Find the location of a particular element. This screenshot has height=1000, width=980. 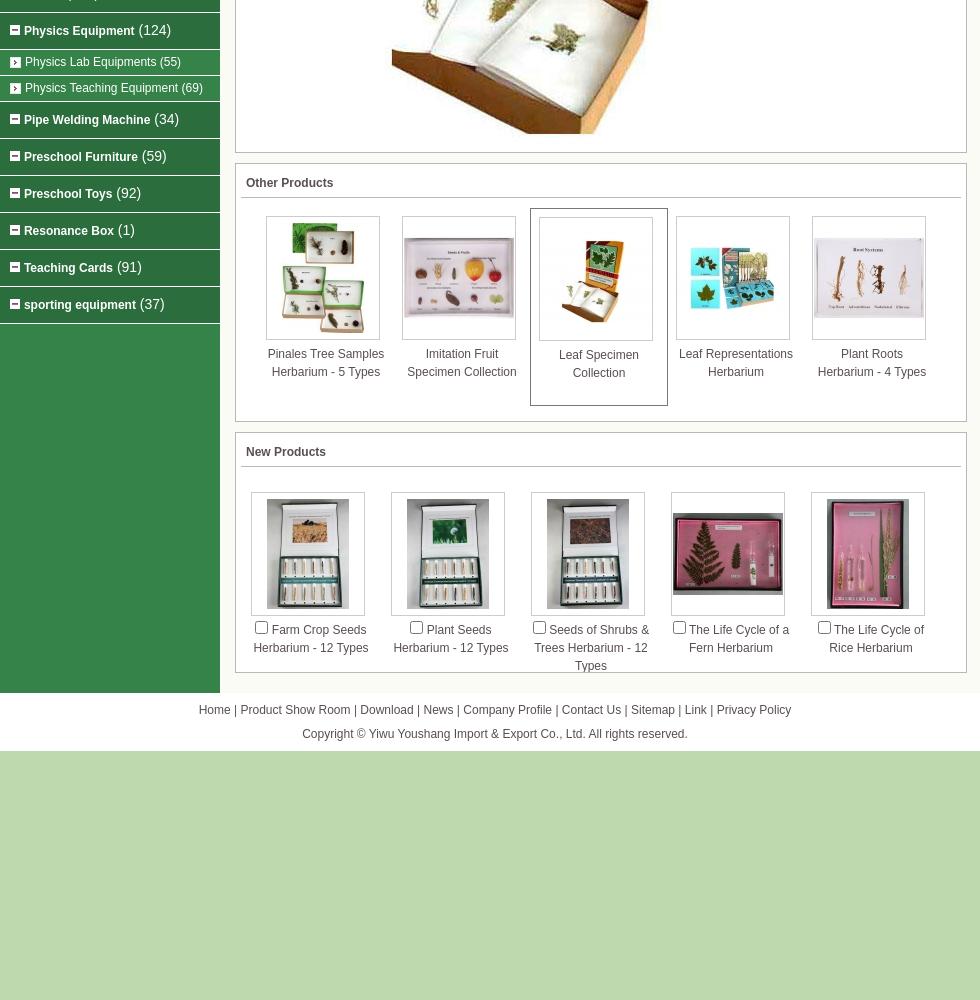

'Plant Seeds Herbarium - 12 Types' is located at coordinates (450, 638).